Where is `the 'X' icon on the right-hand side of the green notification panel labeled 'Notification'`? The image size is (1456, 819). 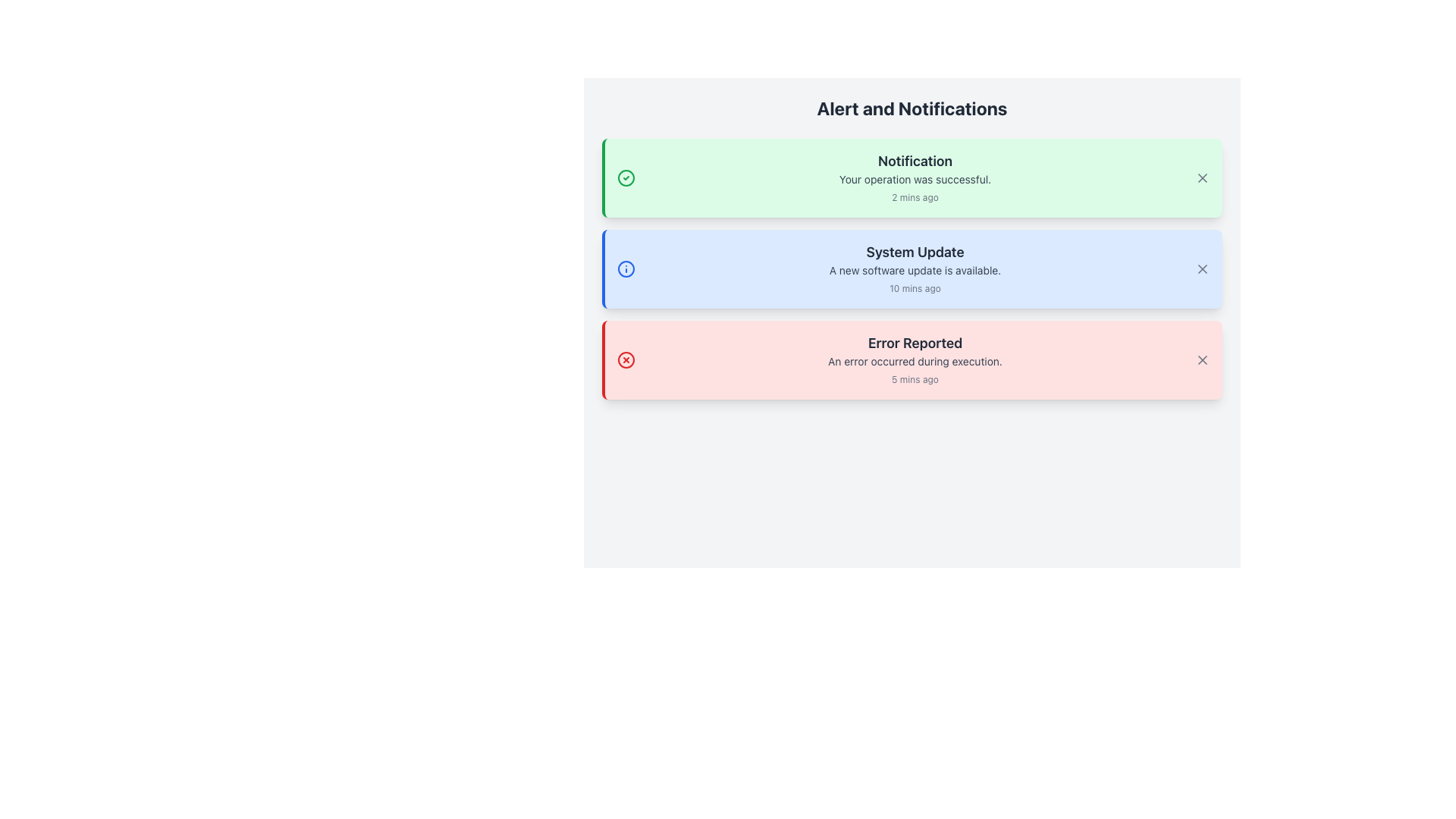
the 'X' icon on the right-hand side of the green notification panel labeled 'Notification' is located at coordinates (1201, 177).